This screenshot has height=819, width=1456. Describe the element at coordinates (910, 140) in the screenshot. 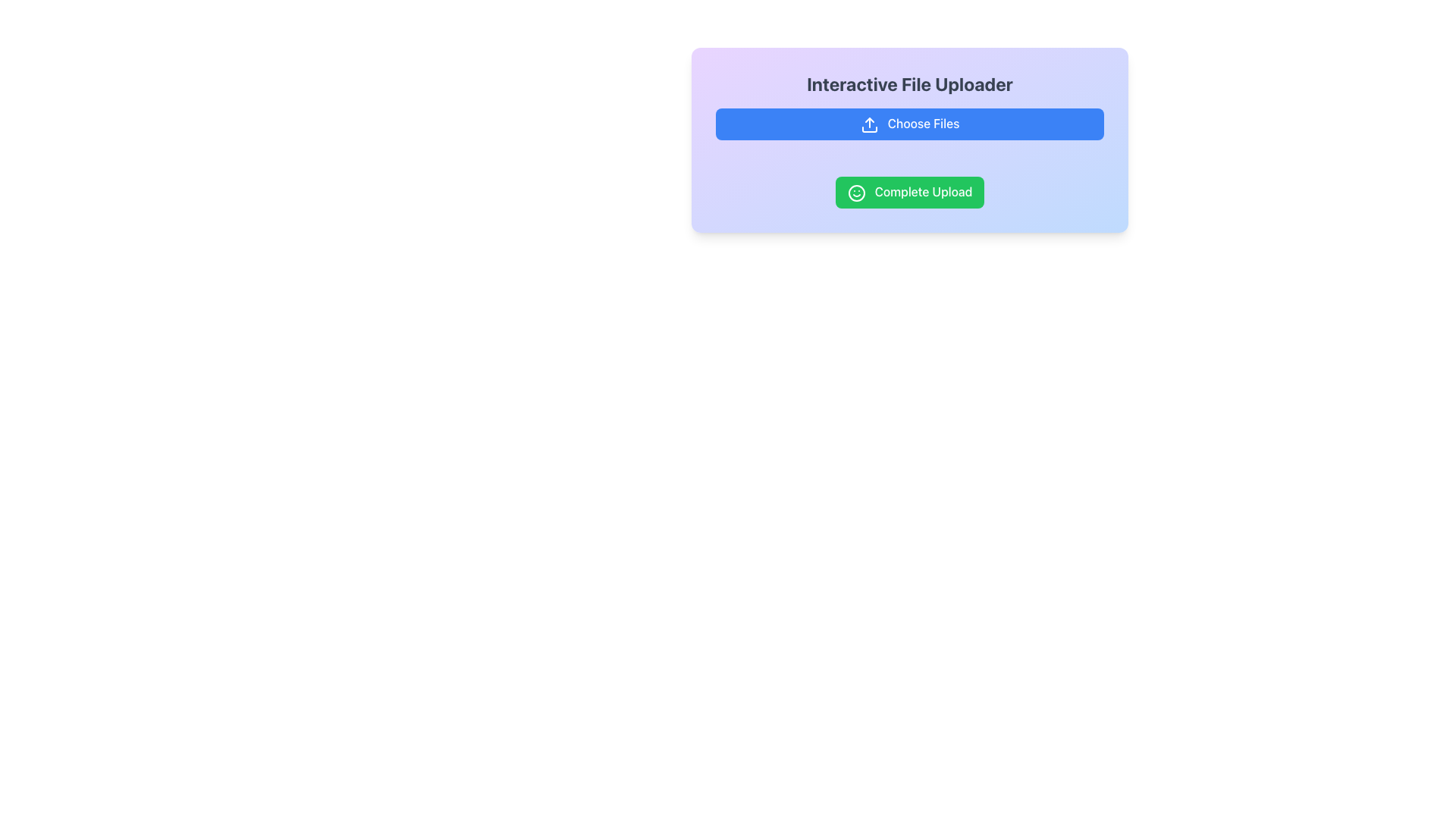

I see `and drop files into the interactive file uploader area, which features a gradient background and contains buttons for file selection and upload` at that location.